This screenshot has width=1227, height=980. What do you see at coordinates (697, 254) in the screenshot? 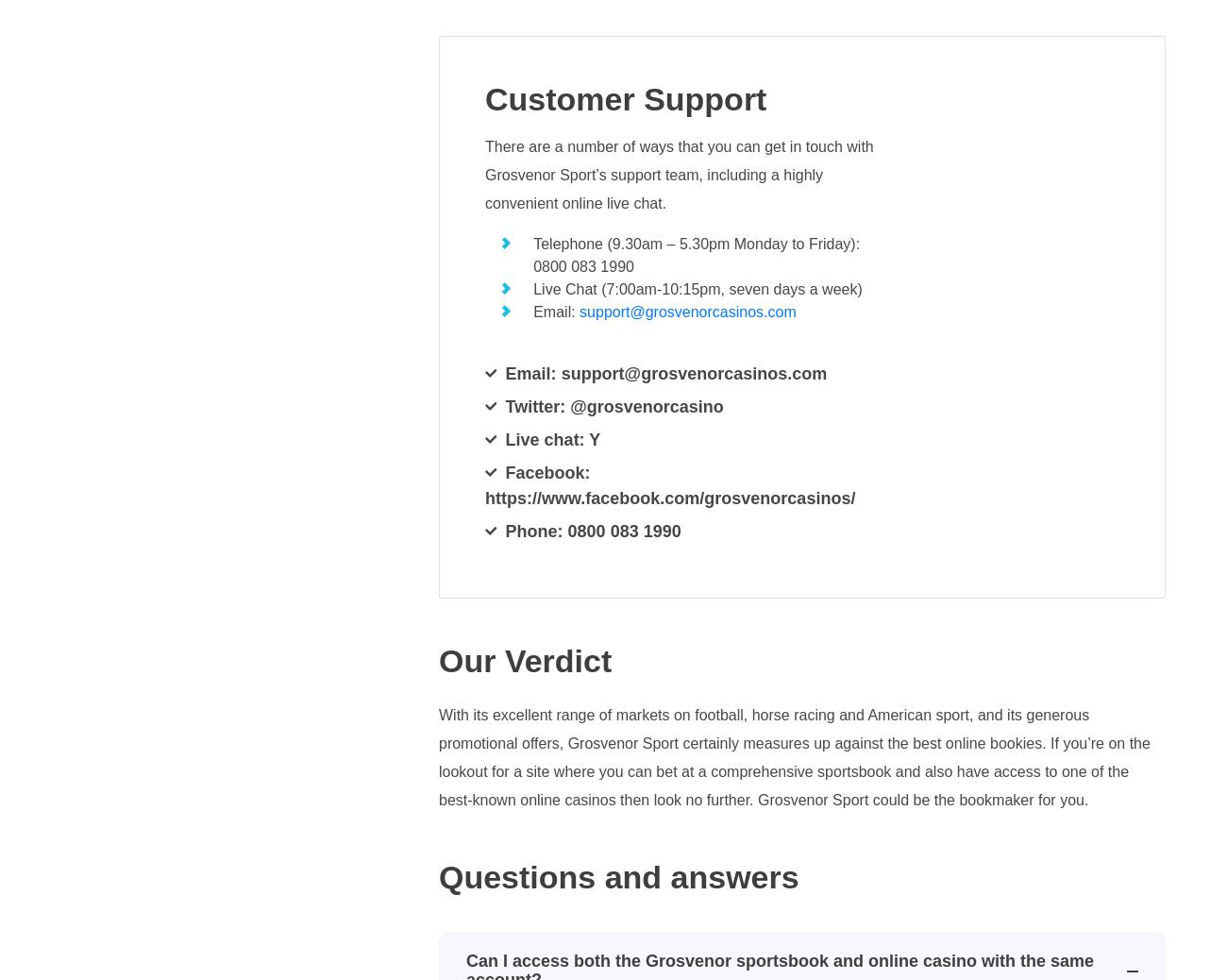
I see `'Telephone (9.30am – 5.30pm Monday to Friday): 0800 083 1990'` at bounding box center [697, 254].